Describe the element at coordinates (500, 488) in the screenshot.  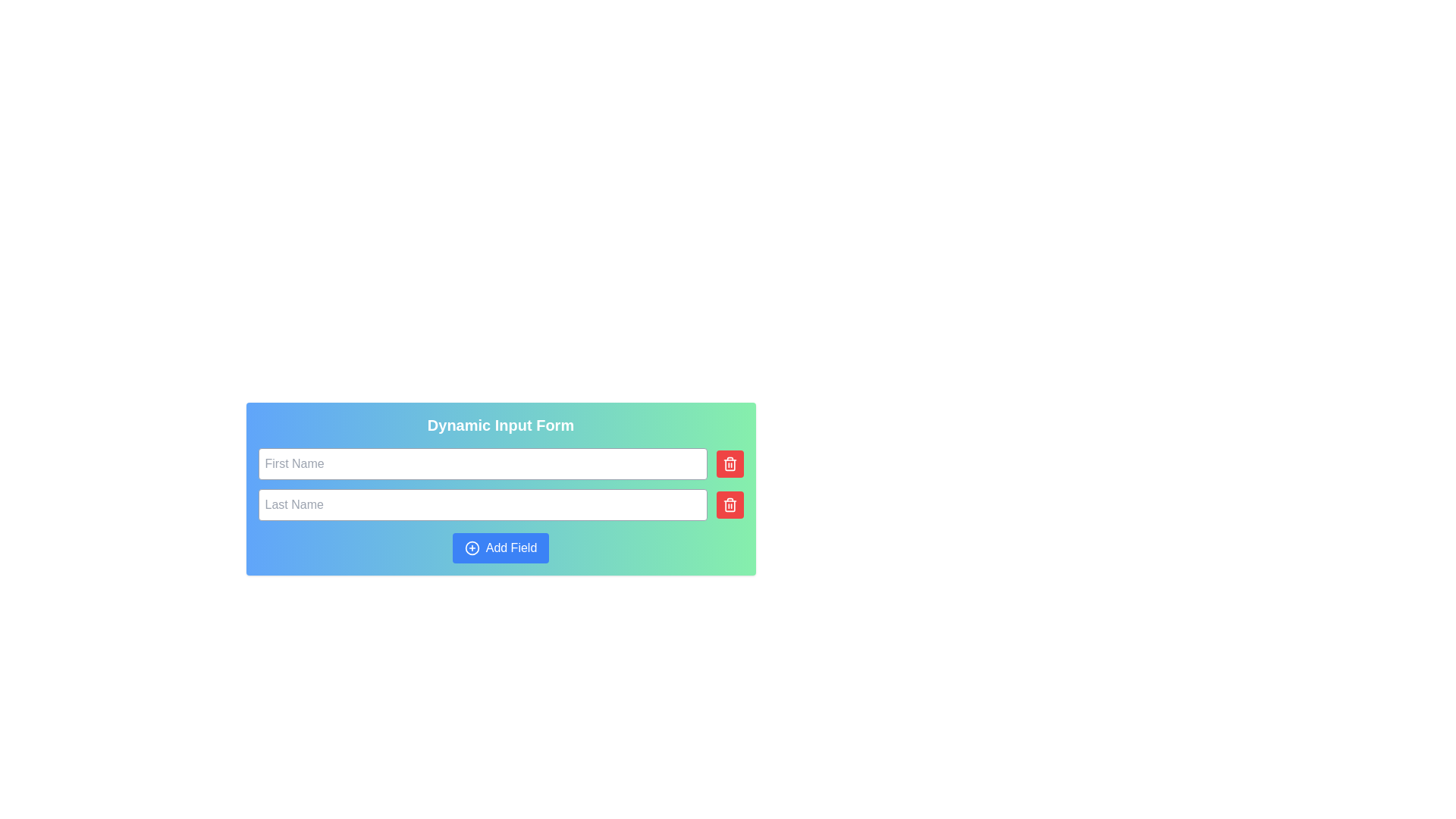
I see `the 'Last Name' text input field to place the cursor for user input` at that location.